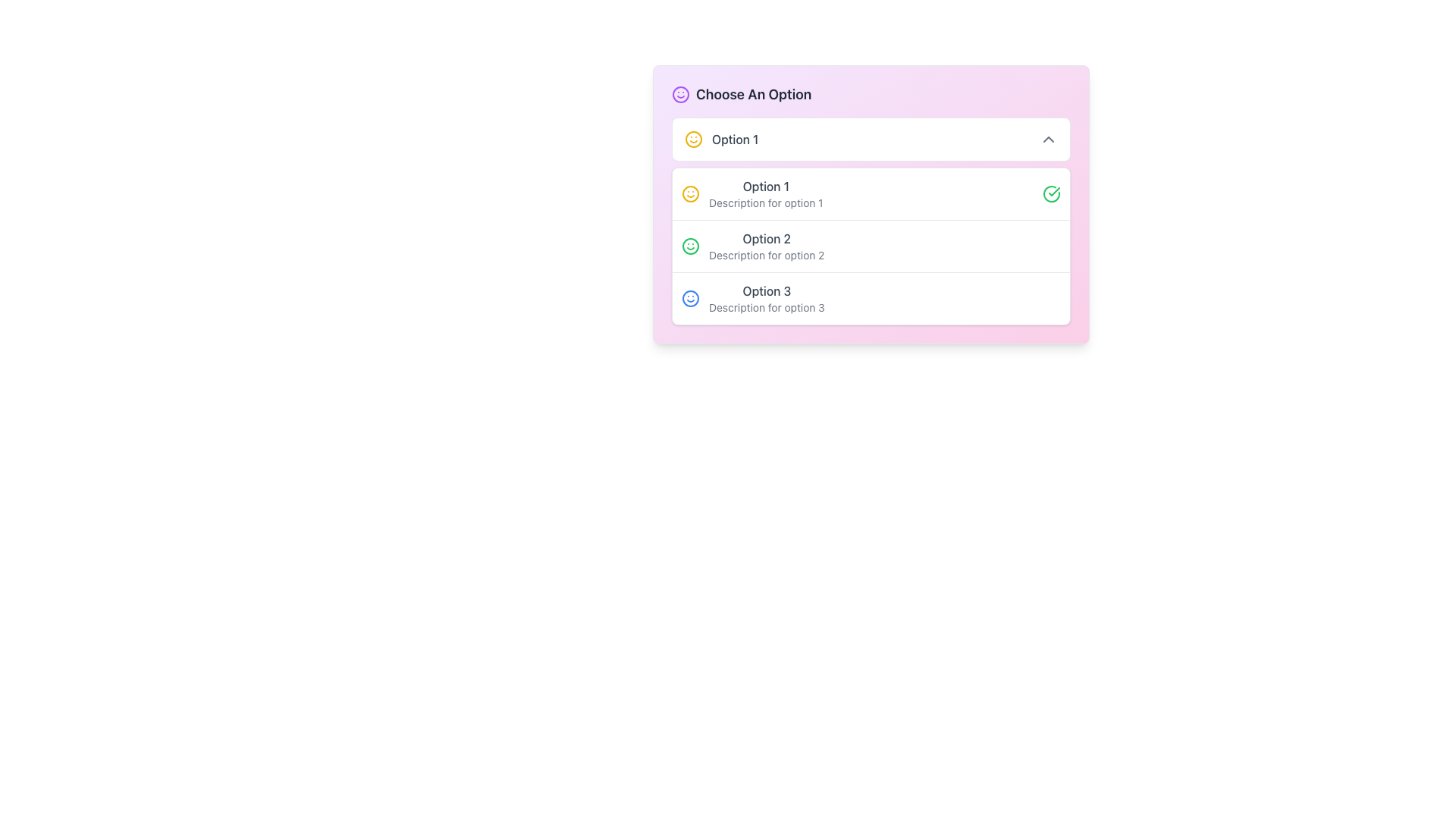 This screenshot has height=819, width=1456. Describe the element at coordinates (753, 298) in the screenshot. I see `the List Item element that features a smiley icon, bold text 'Option 3', and a description 'Description for option 3'` at that location.